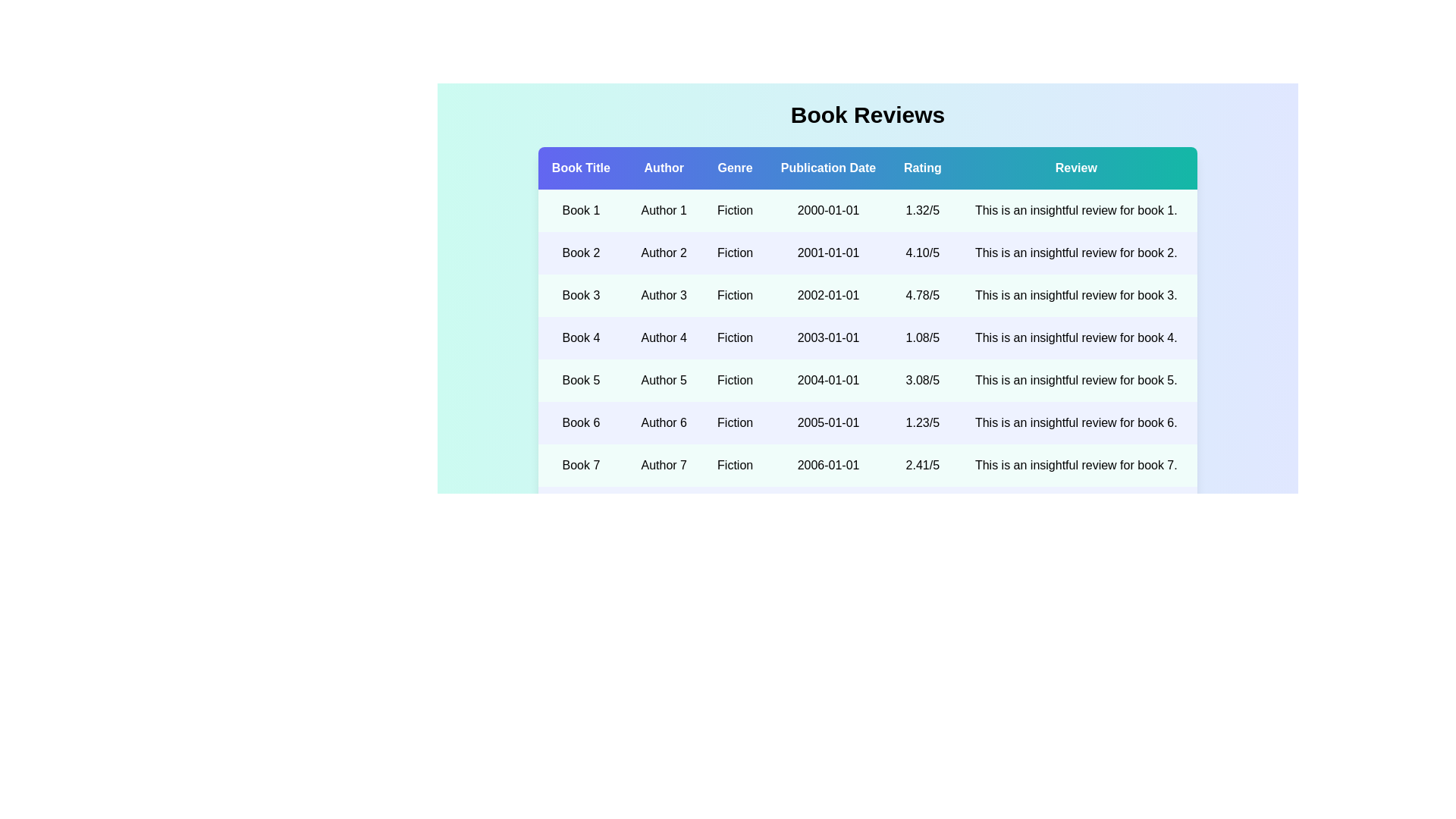 Image resolution: width=1456 pixels, height=819 pixels. Describe the element at coordinates (827, 168) in the screenshot. I see `the column header Publication Date to sort the data by that column` at that location.